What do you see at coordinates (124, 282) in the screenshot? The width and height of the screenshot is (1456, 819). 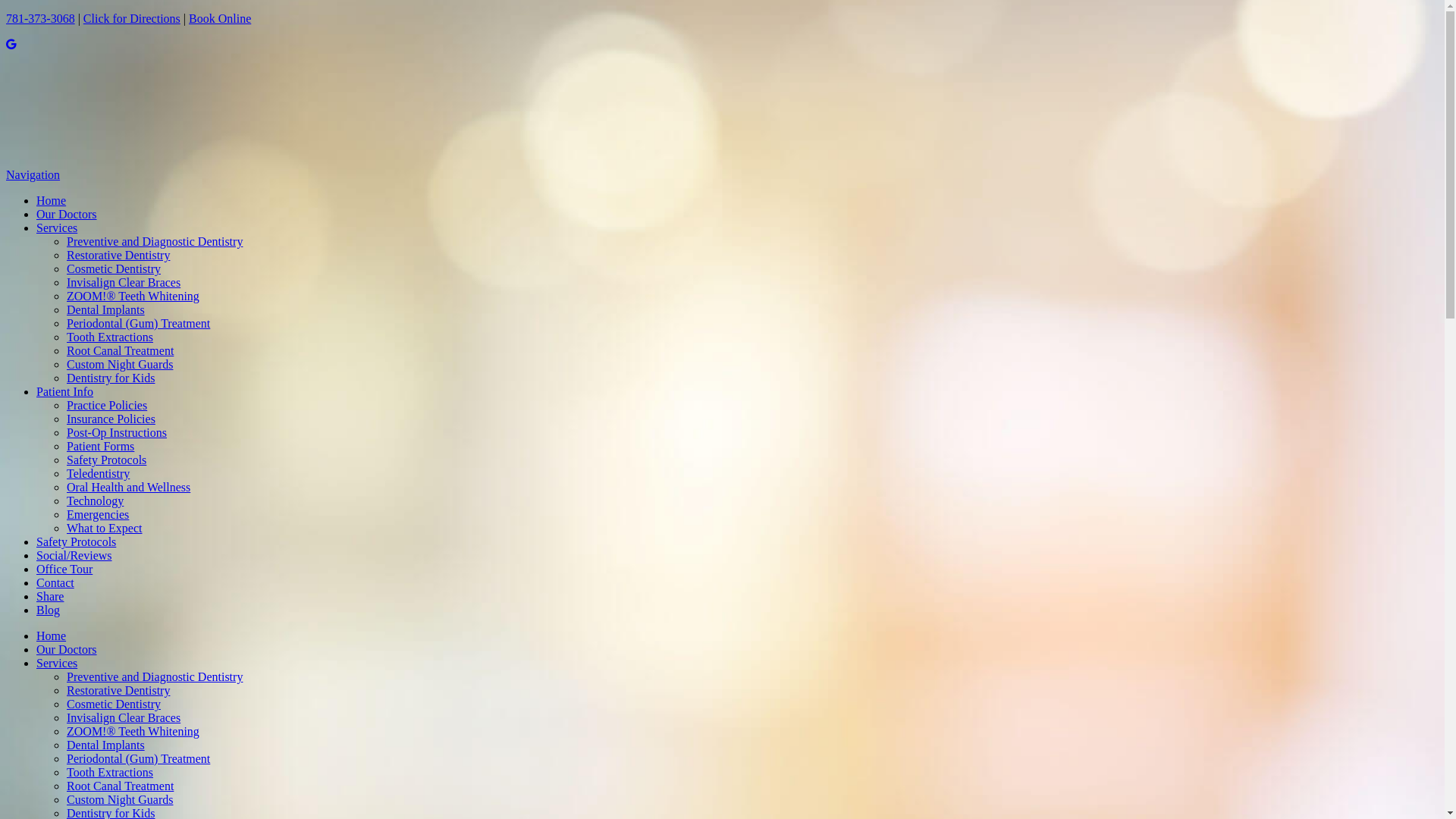 I see `'Invisalign Clear Braces'` at bounding box center [124, 282].